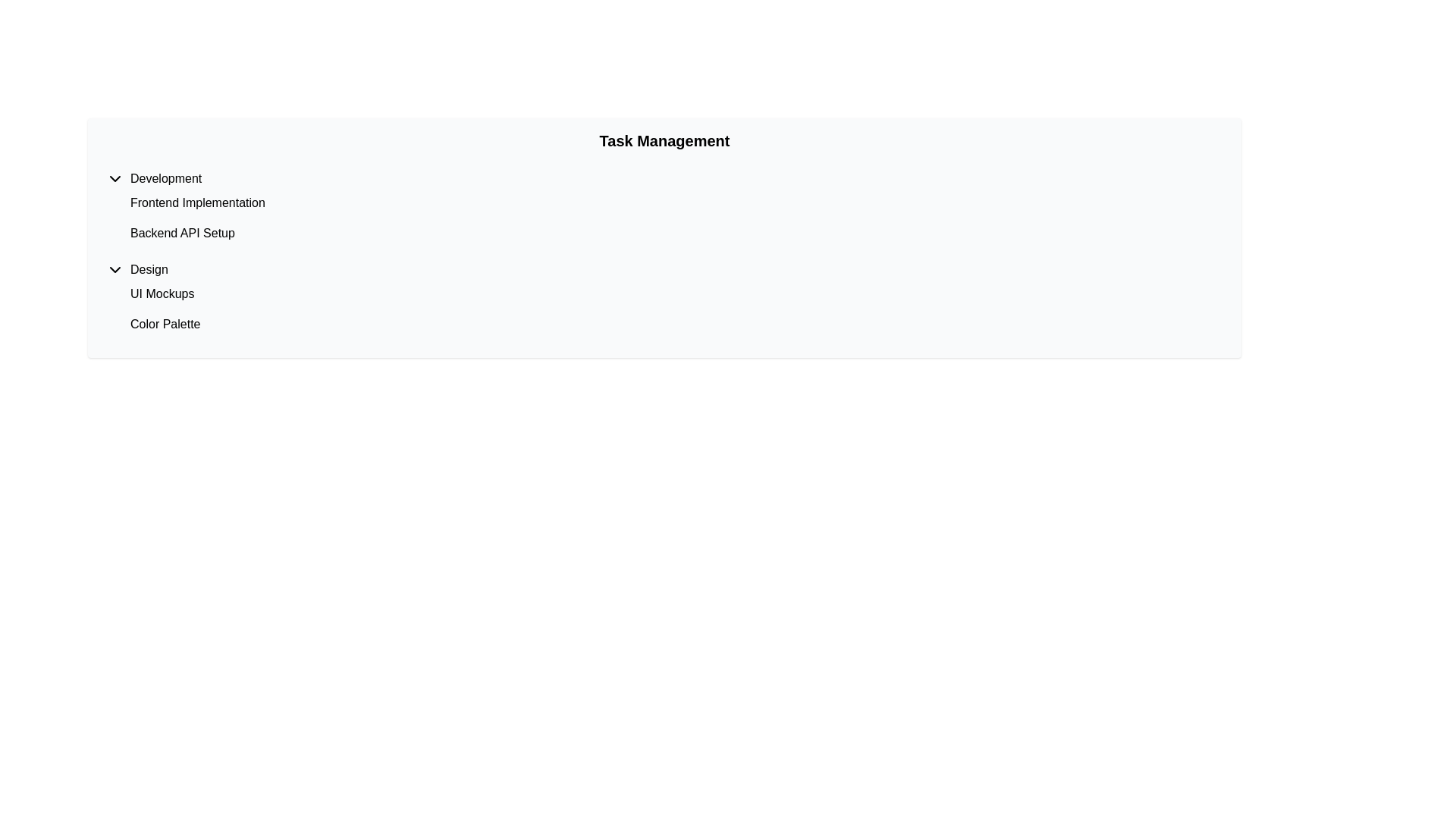 The width and height of the screenshot is (1456, 819). I want to click on the static text label displaying 'Frontend Implementation', which is the first item under the 'Development' category in the task management panel, so click(196, 202).